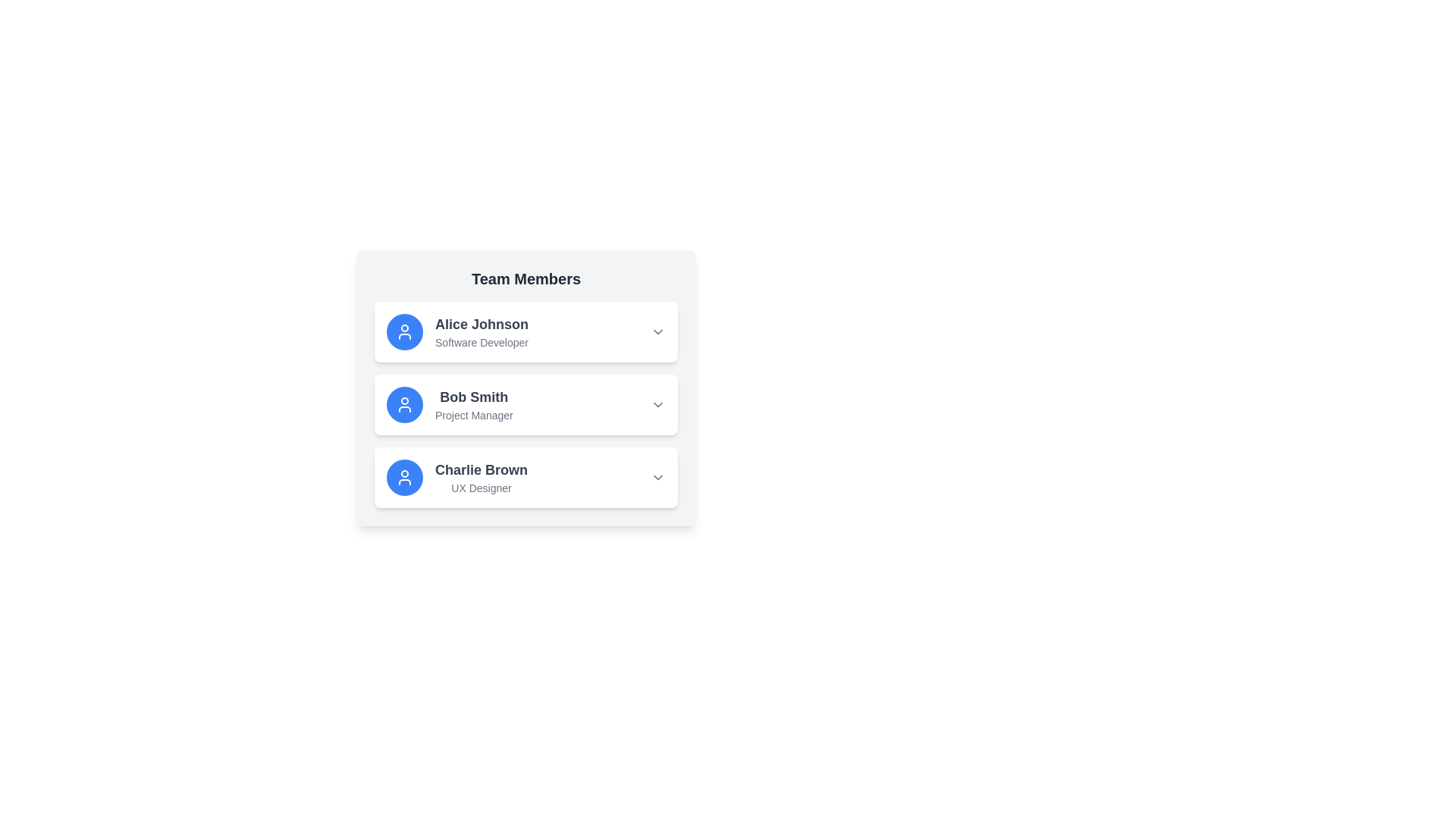  What do you see at coordinates (481, 324) in the screenshot?
I see `the text label displaying the name 'Alice Johnson'` at bounding box center [481, 324].